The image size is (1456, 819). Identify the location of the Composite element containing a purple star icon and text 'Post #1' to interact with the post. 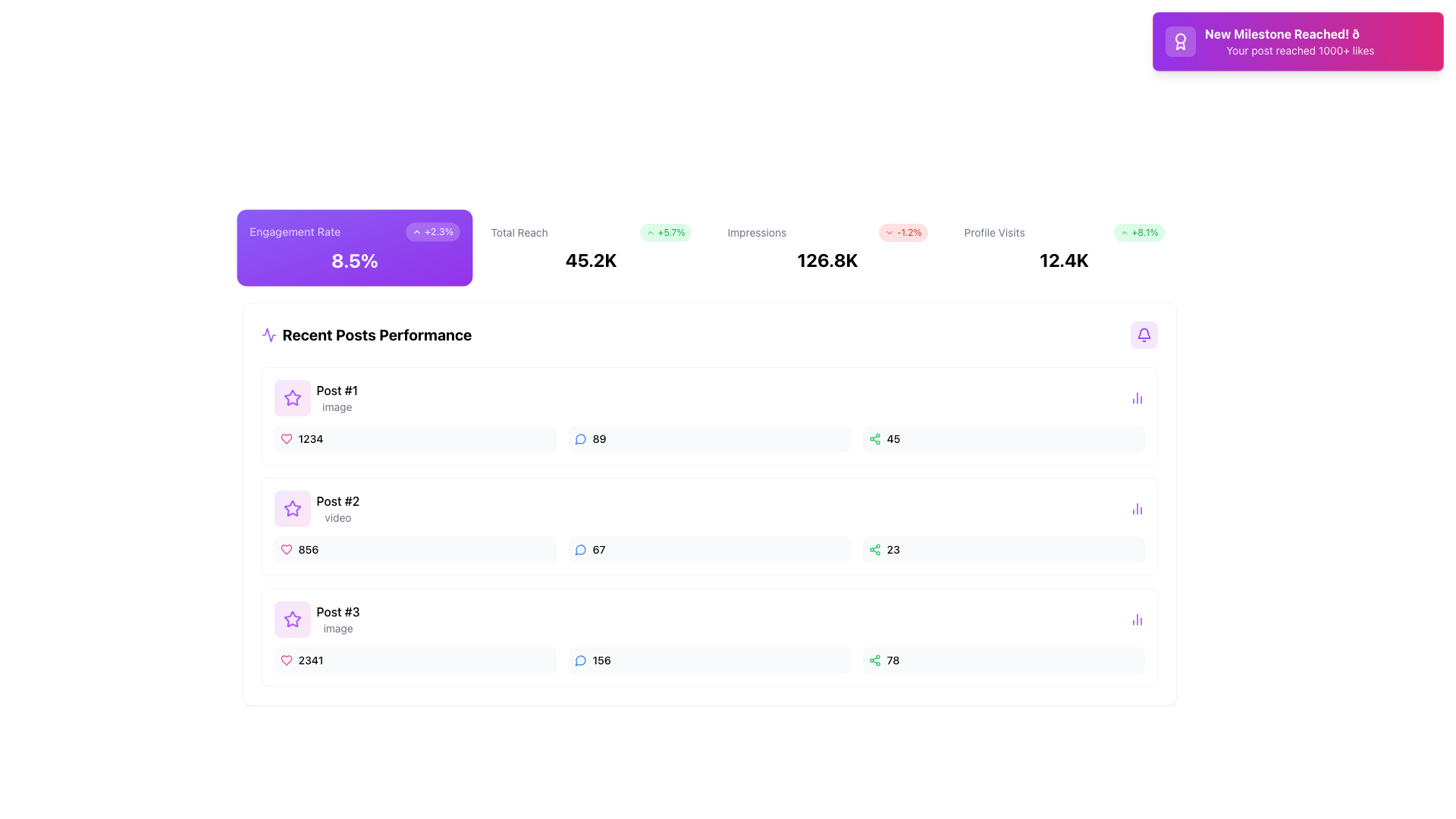
(315, 397).